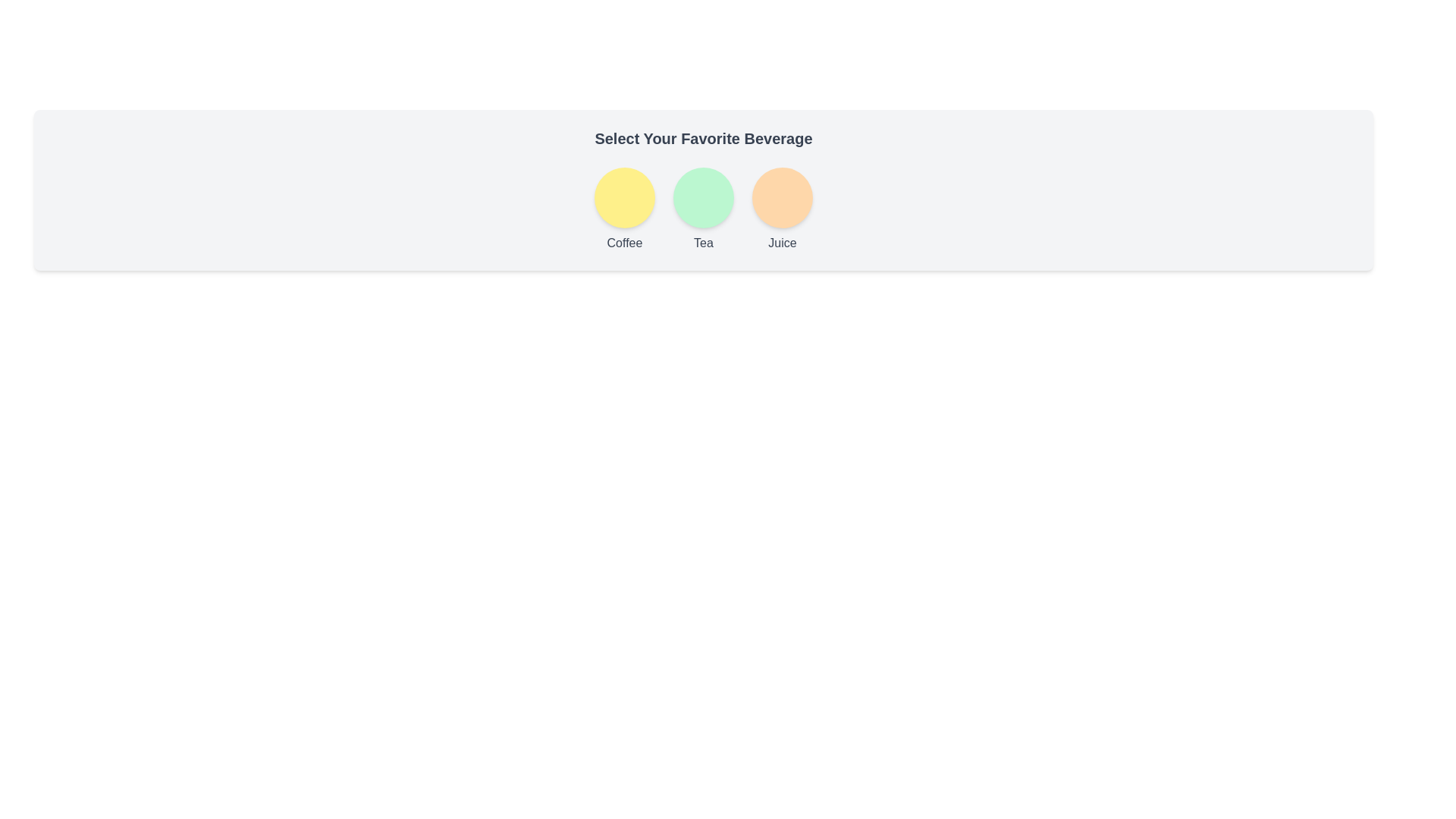 This screenshot has width=1456, height=819. Describe the element at coordinates (625, 197) in the screenshot. I see `the circular yellow button labeled 'Coffee'` at that location.